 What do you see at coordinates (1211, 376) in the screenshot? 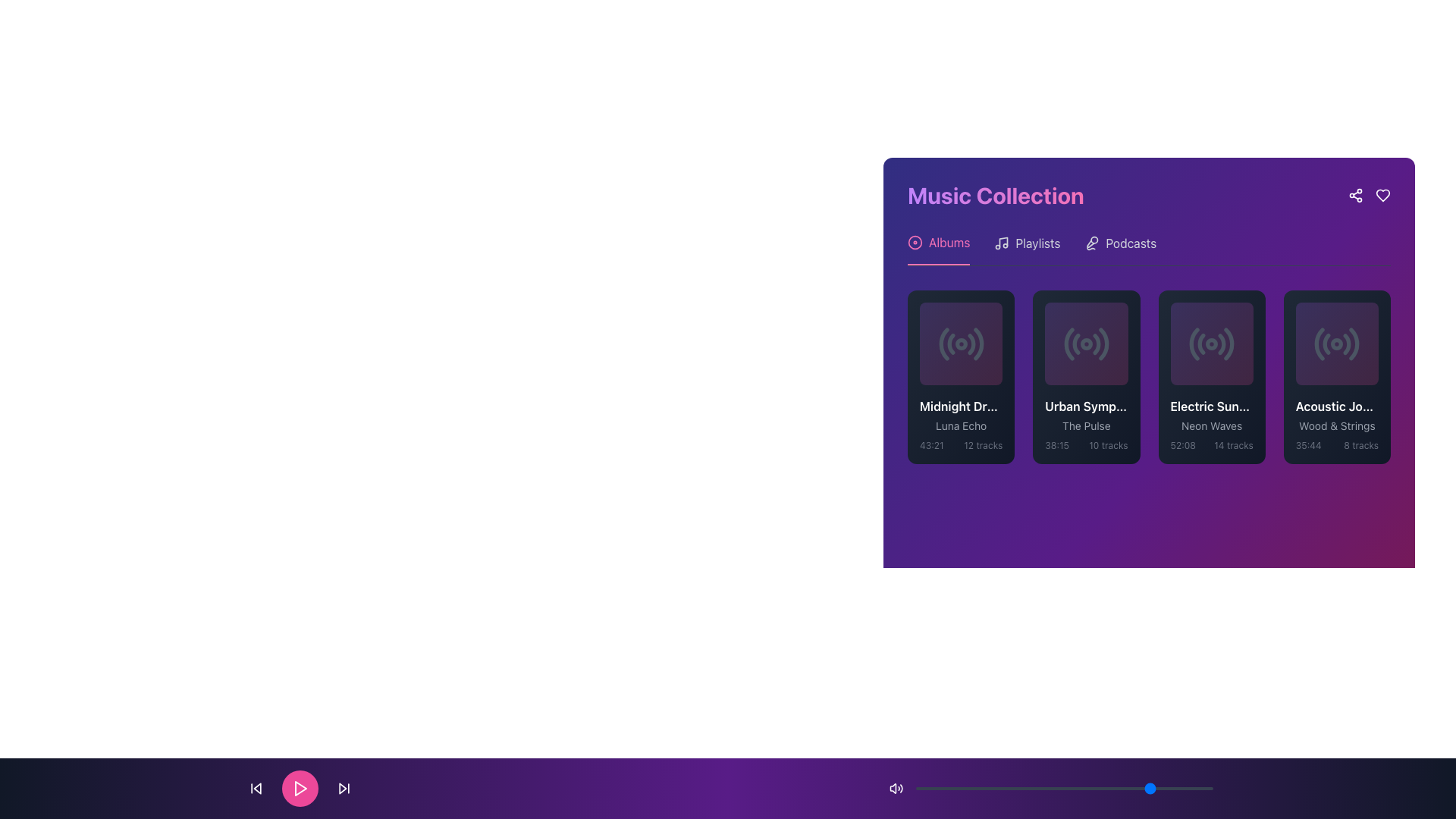
I see `the third card in the grid of music albums, which represents a music album or playlist` at bounding box center [1211, 376].